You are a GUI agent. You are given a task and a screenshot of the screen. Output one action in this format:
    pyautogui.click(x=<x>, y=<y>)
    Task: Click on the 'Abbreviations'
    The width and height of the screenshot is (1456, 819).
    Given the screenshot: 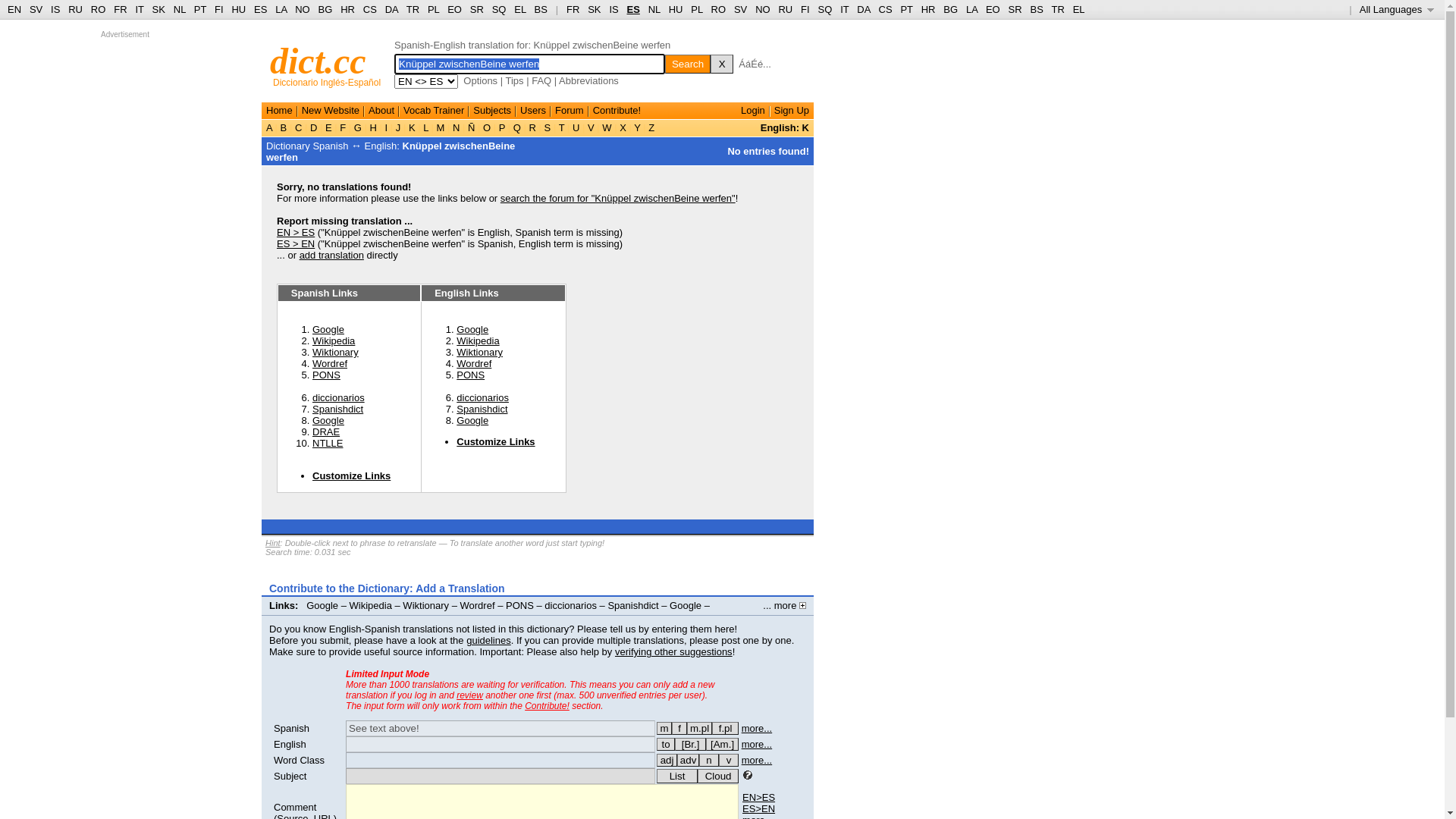 What is the action you would take?
    pyautogui.click(x=588, y=80)
    